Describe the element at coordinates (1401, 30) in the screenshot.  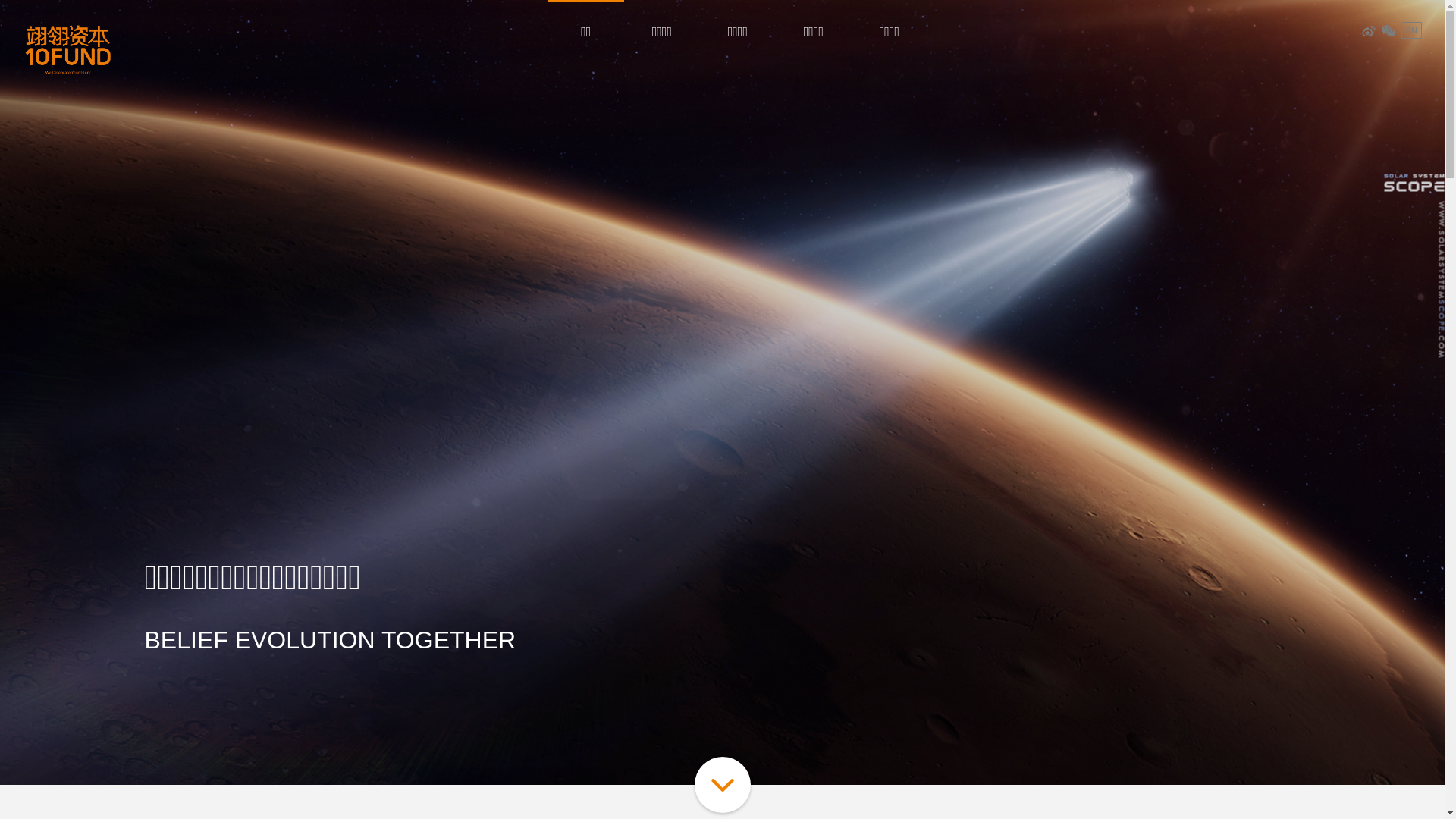
I see `'EN'` at that location.